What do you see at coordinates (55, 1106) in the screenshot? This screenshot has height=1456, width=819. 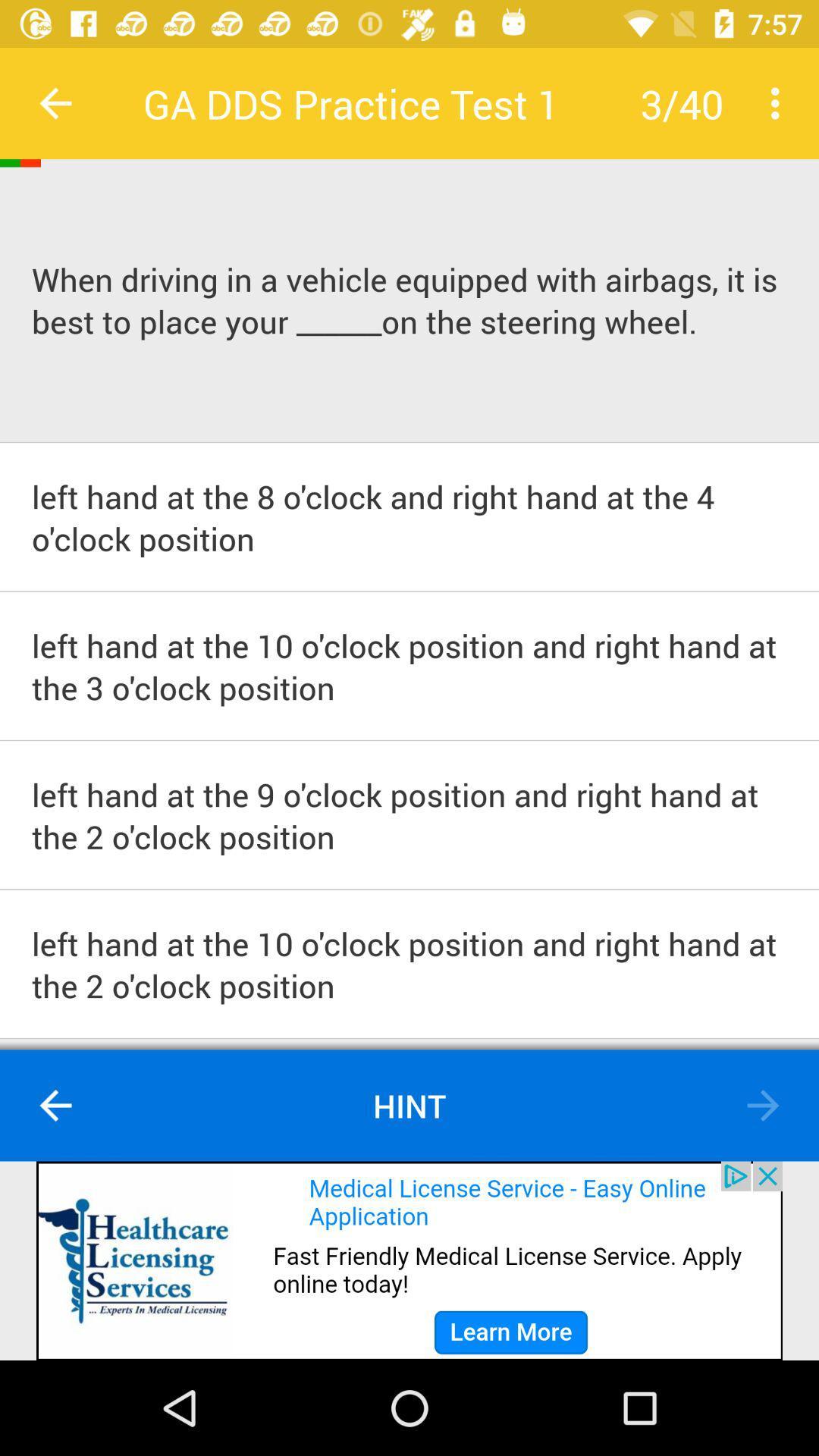 I see `the arrow_backward icon` at bounding box center [55, 1106].